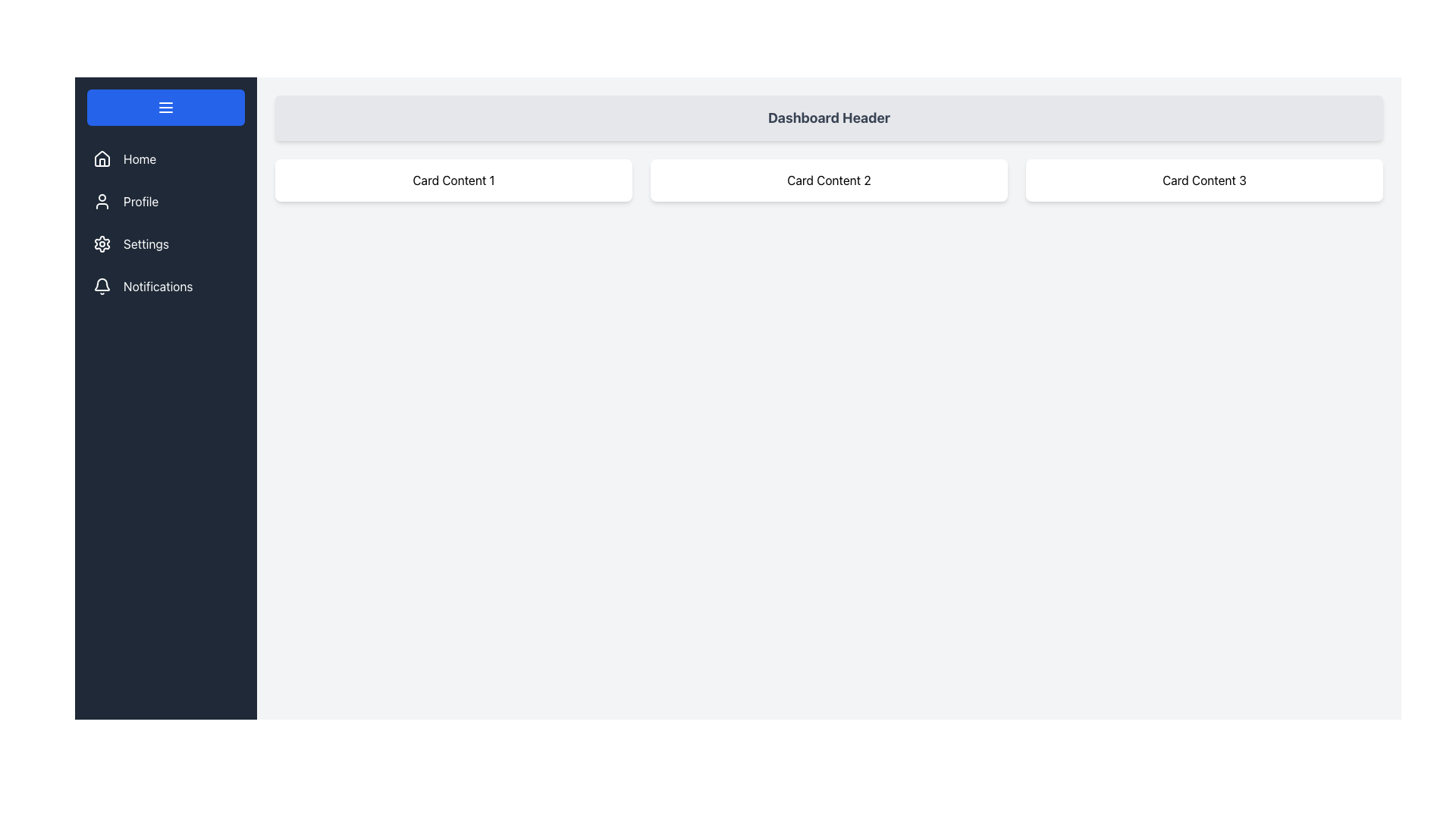  Describe the element at coordinates (1203, 180) in the screenshot. I see `content displayed on the informational card with text 'Card Content 3', located in the top-right part of the grid layout` at that location.